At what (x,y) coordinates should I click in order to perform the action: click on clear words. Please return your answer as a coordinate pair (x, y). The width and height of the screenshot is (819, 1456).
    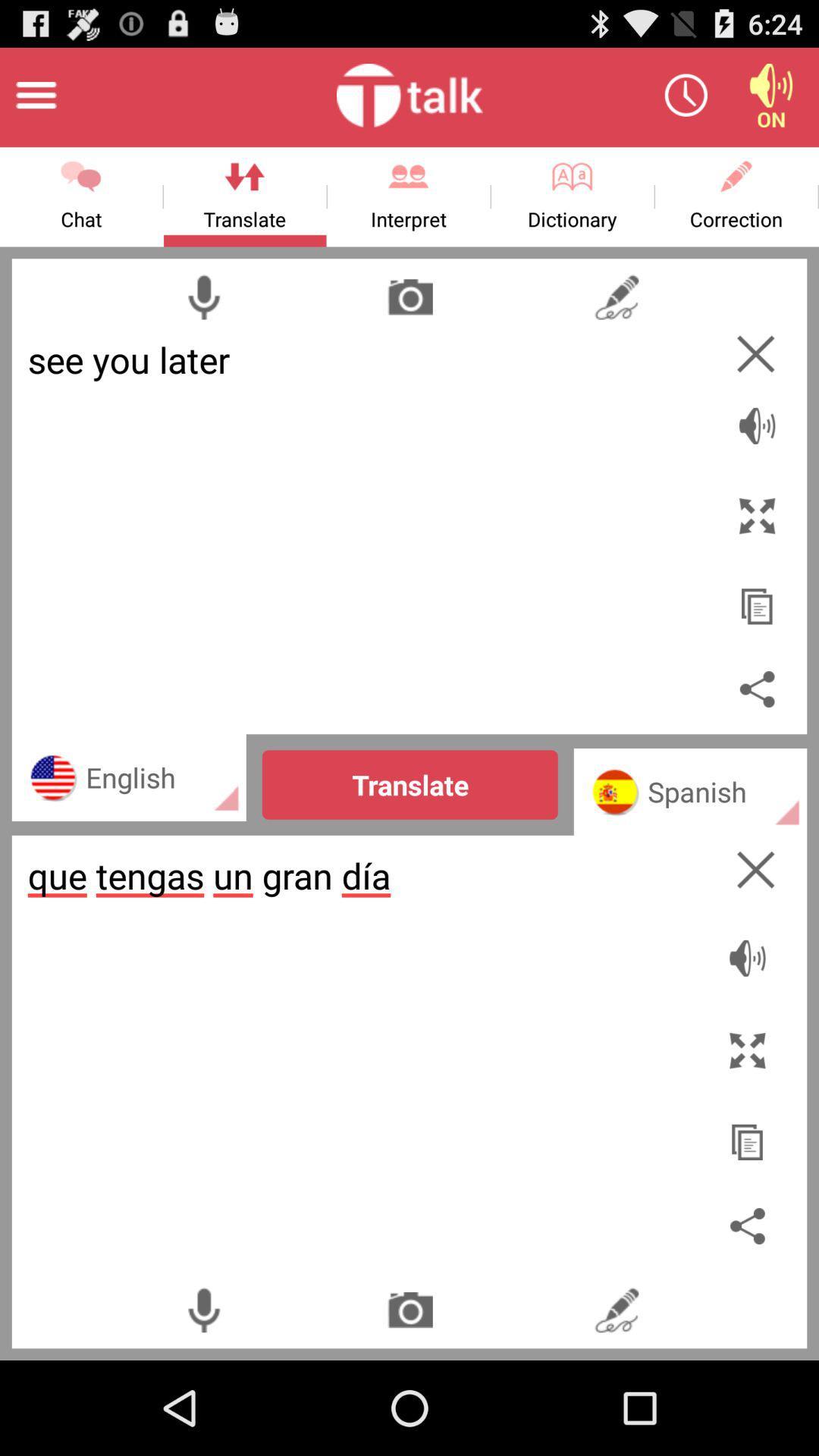
    Looking at the image, I should click on (755, 353).